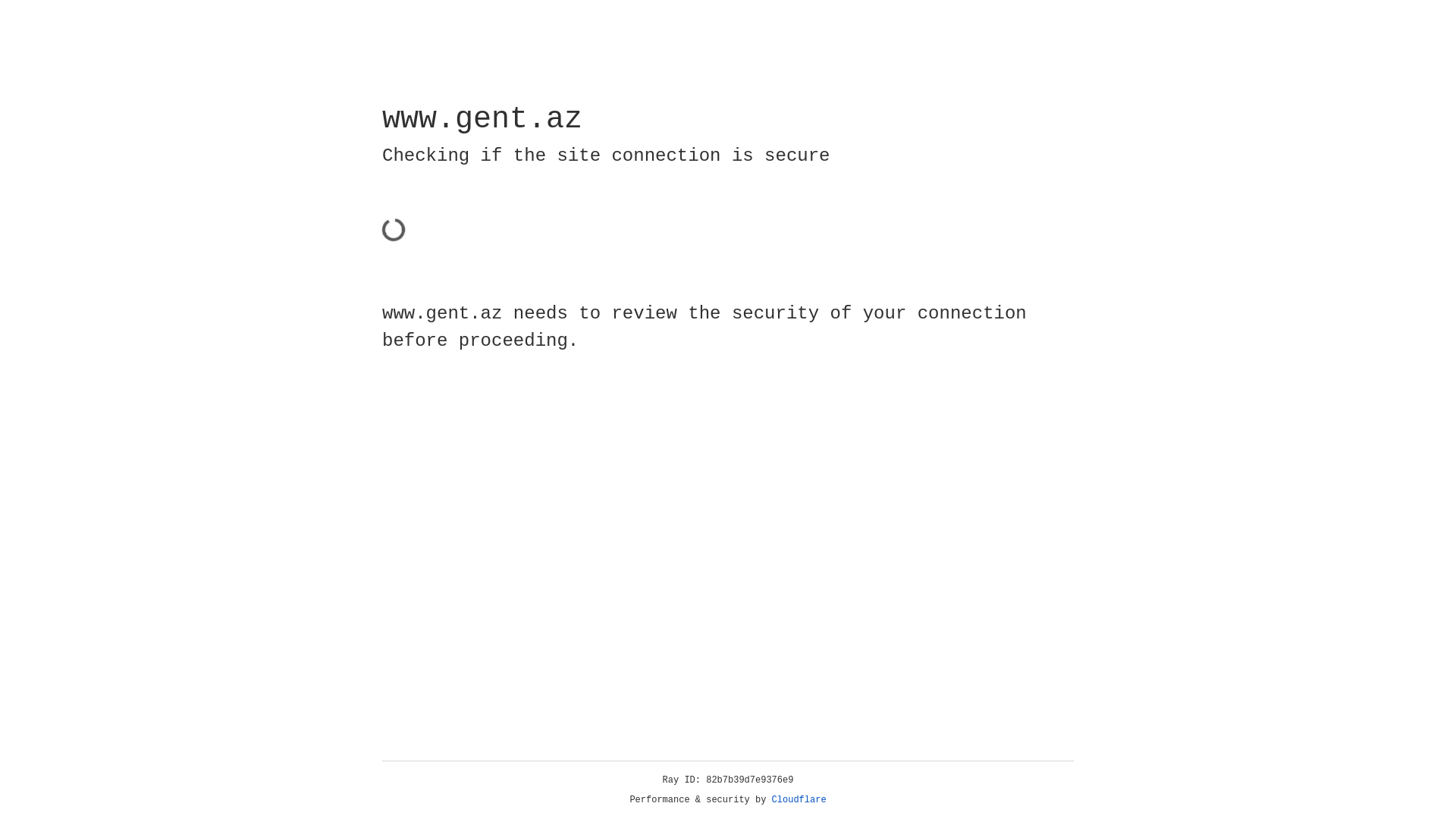  What do you see at coordinates (799, 799) in the screenshot?
I see `'Cloudflare'` at bounding box center [799, 799].